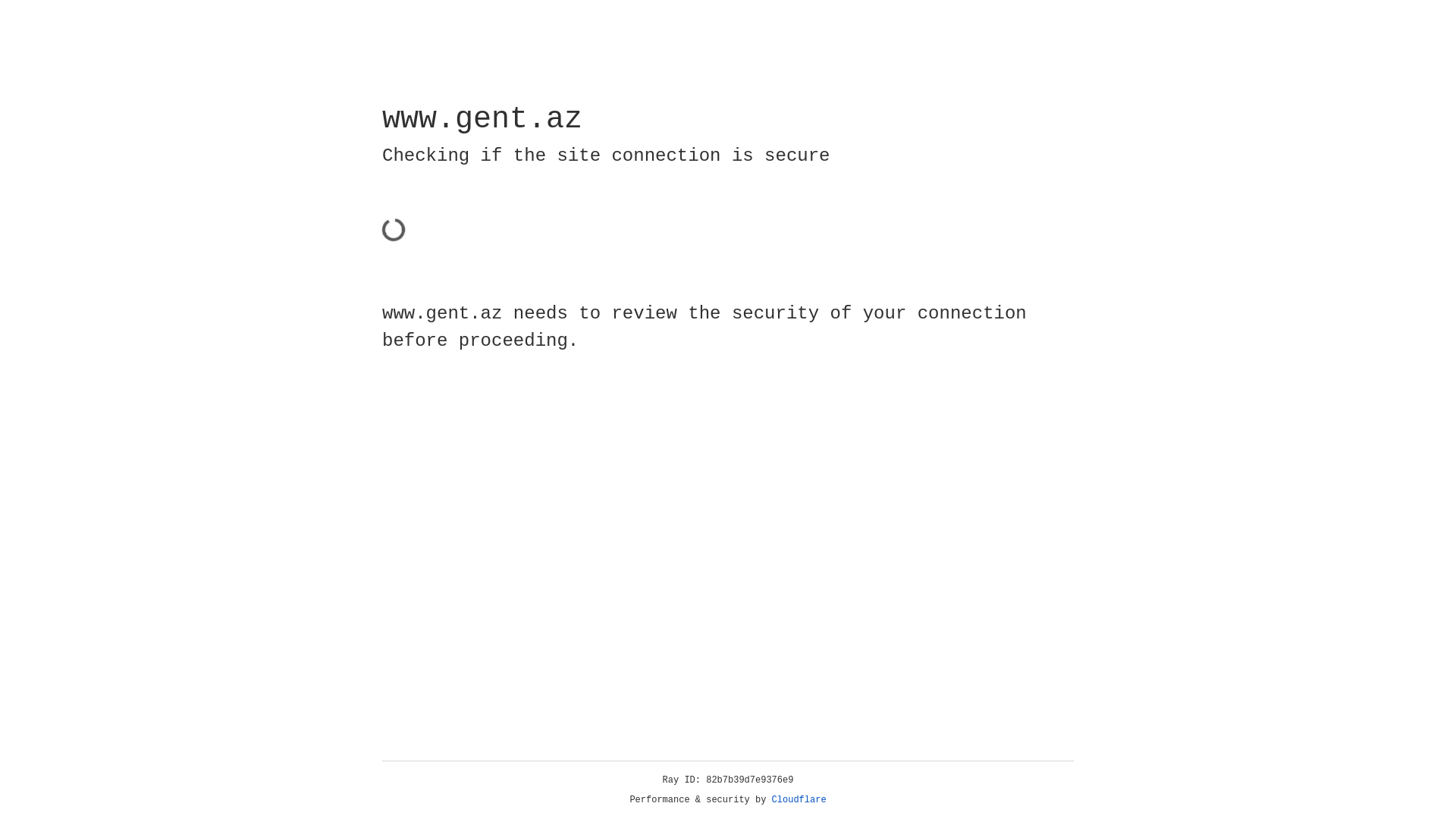  What do you see at coordinates (799, 799) in the screenshot?
I see `'Cloudflare'` at bounding box center [799, 799].